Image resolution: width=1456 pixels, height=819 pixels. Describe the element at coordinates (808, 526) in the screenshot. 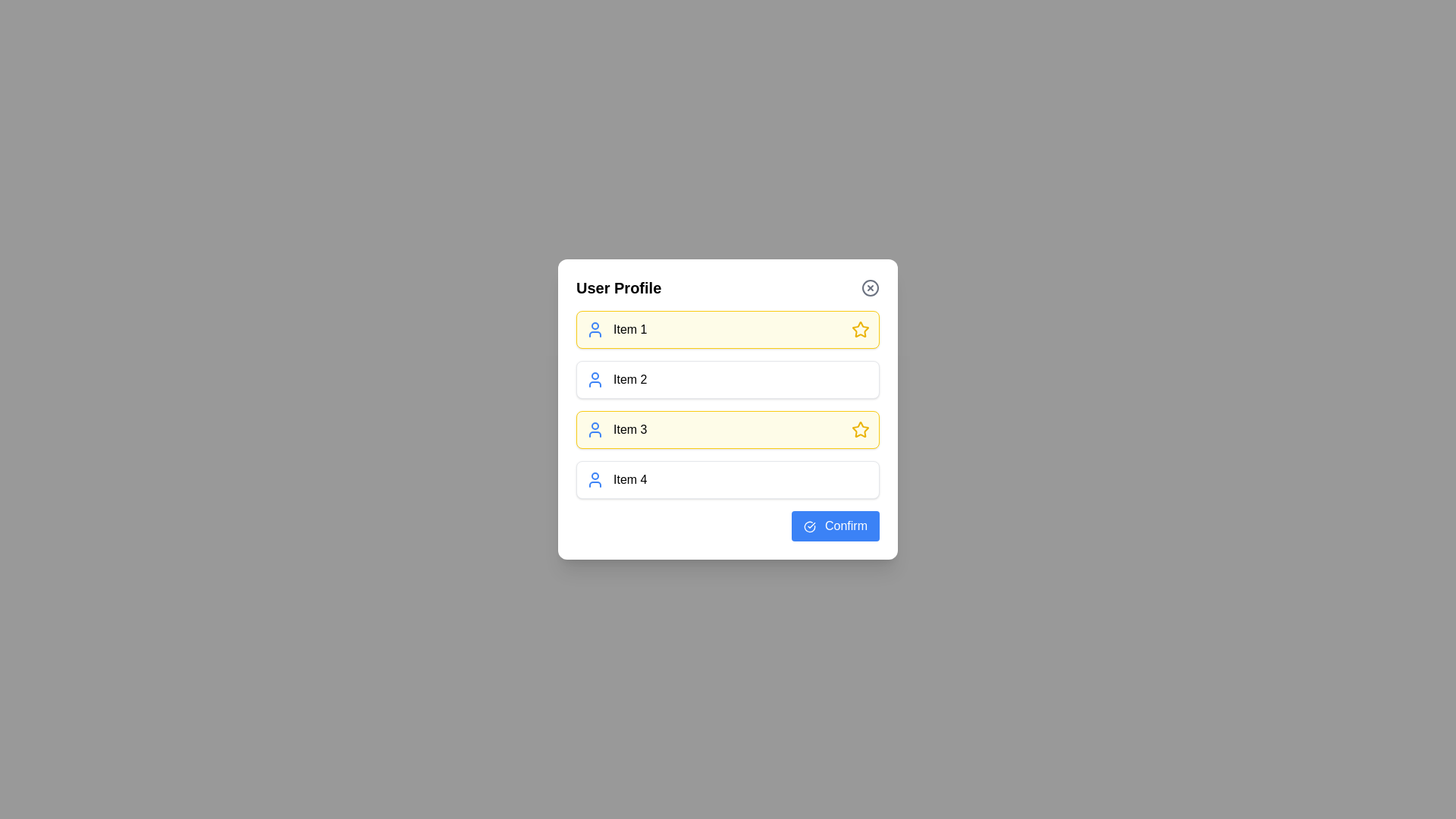

I see `the small circular blue checkmark icon located to the left of the 'Confirm' text inside the blue rectangular button at the bottom right corner of the modal dialog` at that location.